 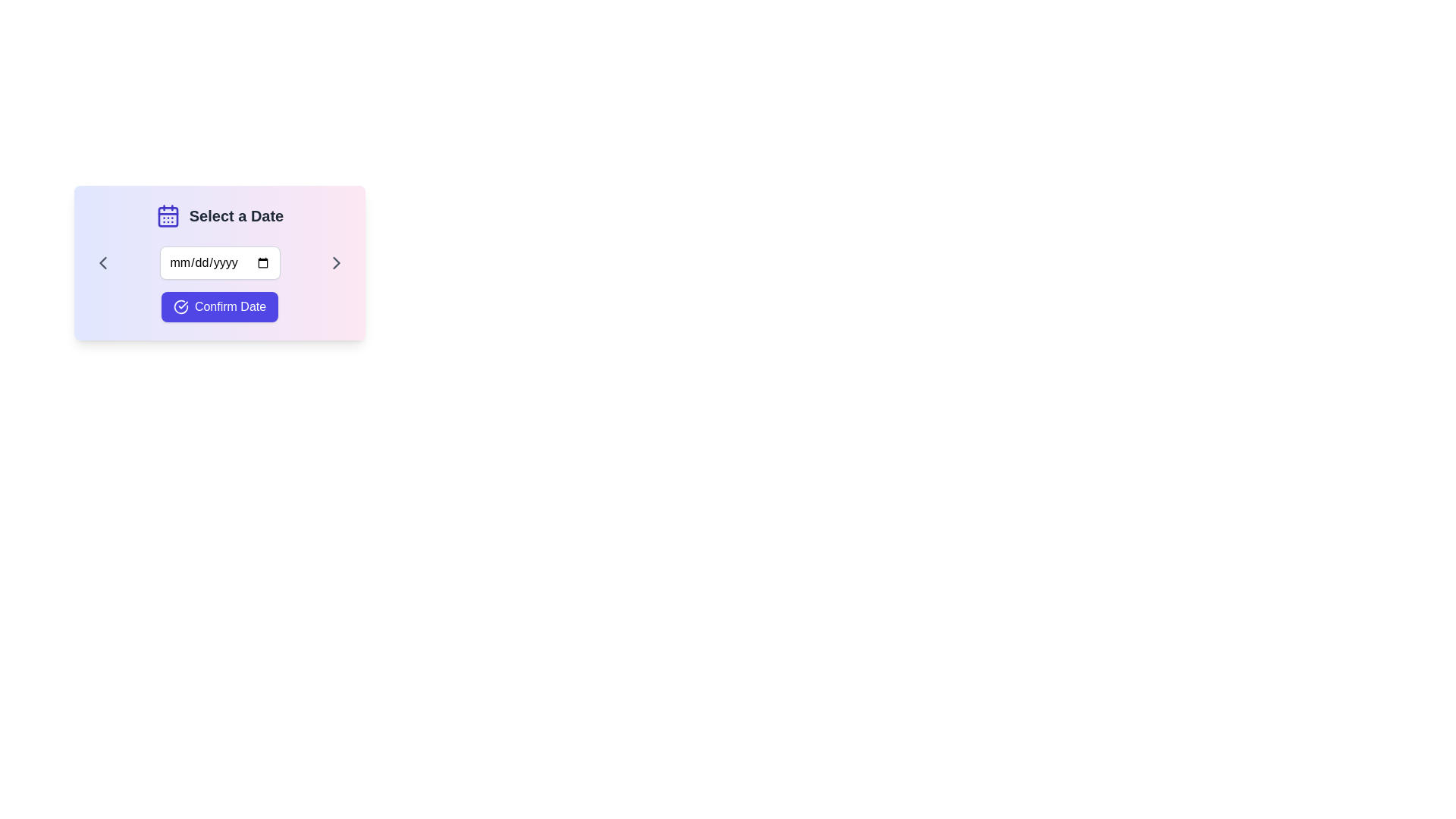 What do you see at coordinates (218, 262) in the screenshot?
I see `the Date Input Field to focus the input and potentially open the date picker` at bounding box center [218, 262].